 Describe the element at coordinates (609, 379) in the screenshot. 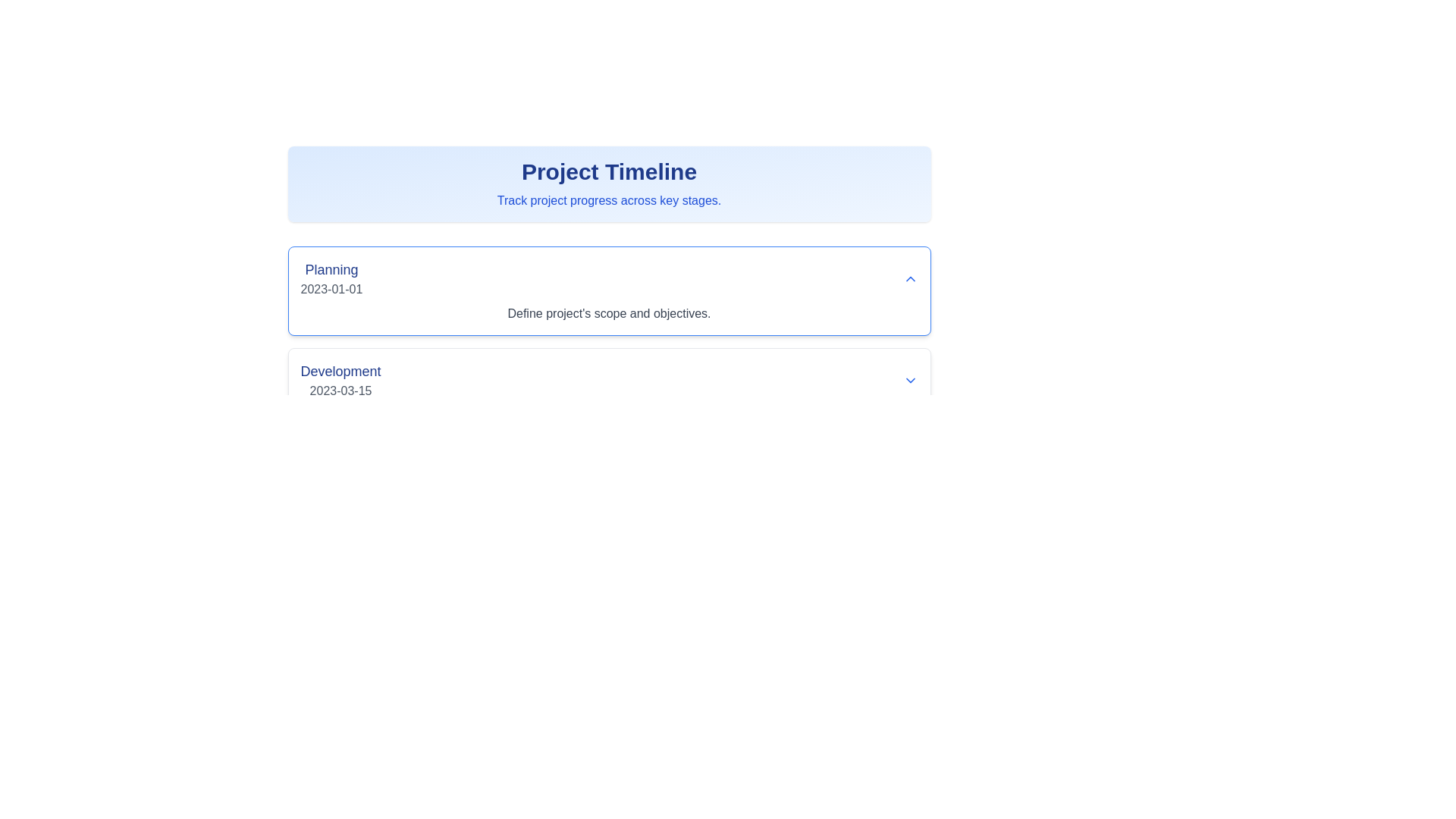

I see `the 'Development' card element` at that location.